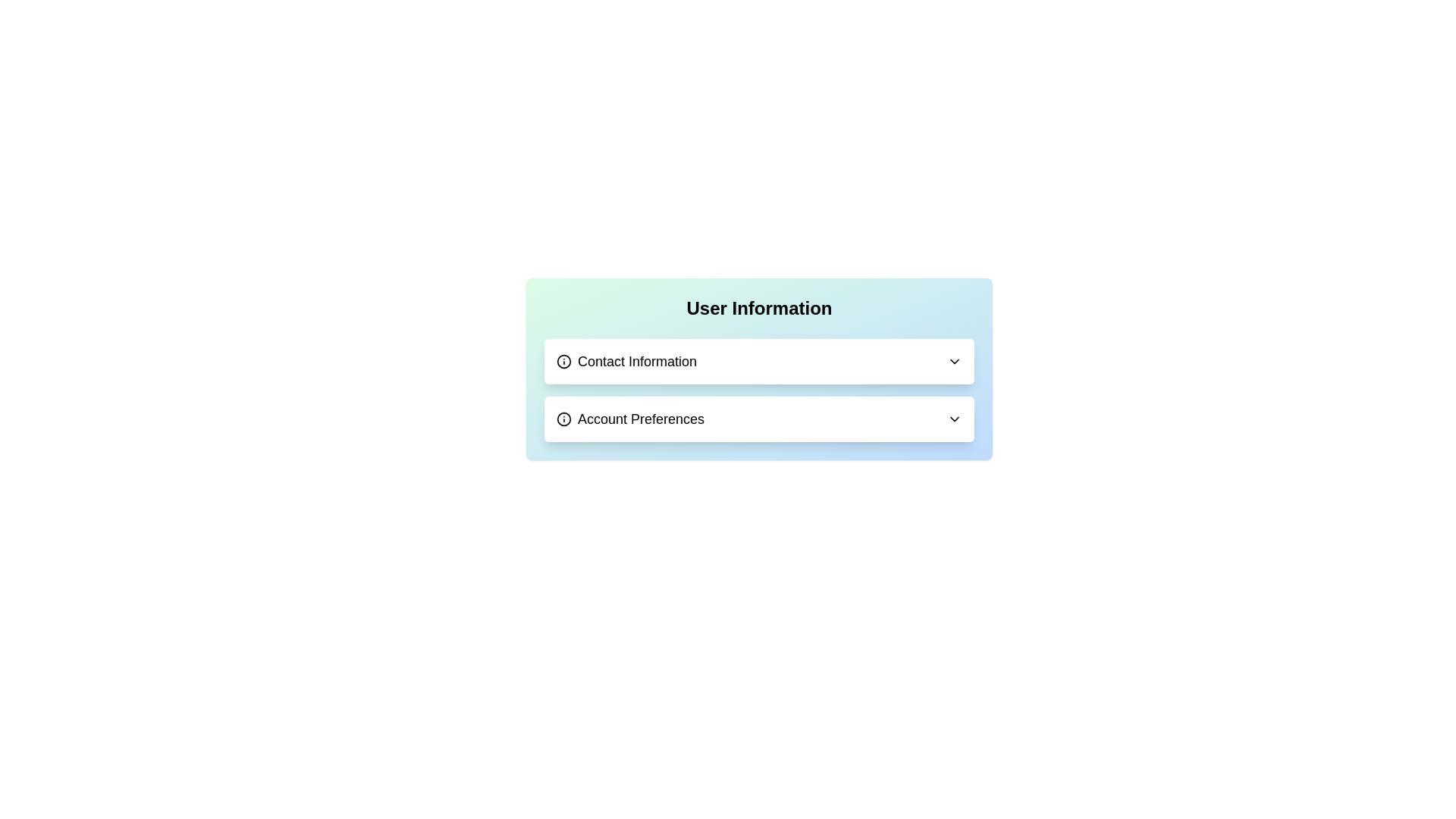 The width and height of the screenshot is (1456, 819). What do you see at coordinates (953, 362) in the screenshot?
I see `the dropdown toggle icon located on the far right of the 'Contact Information' section` at bounding box center [953, 362].